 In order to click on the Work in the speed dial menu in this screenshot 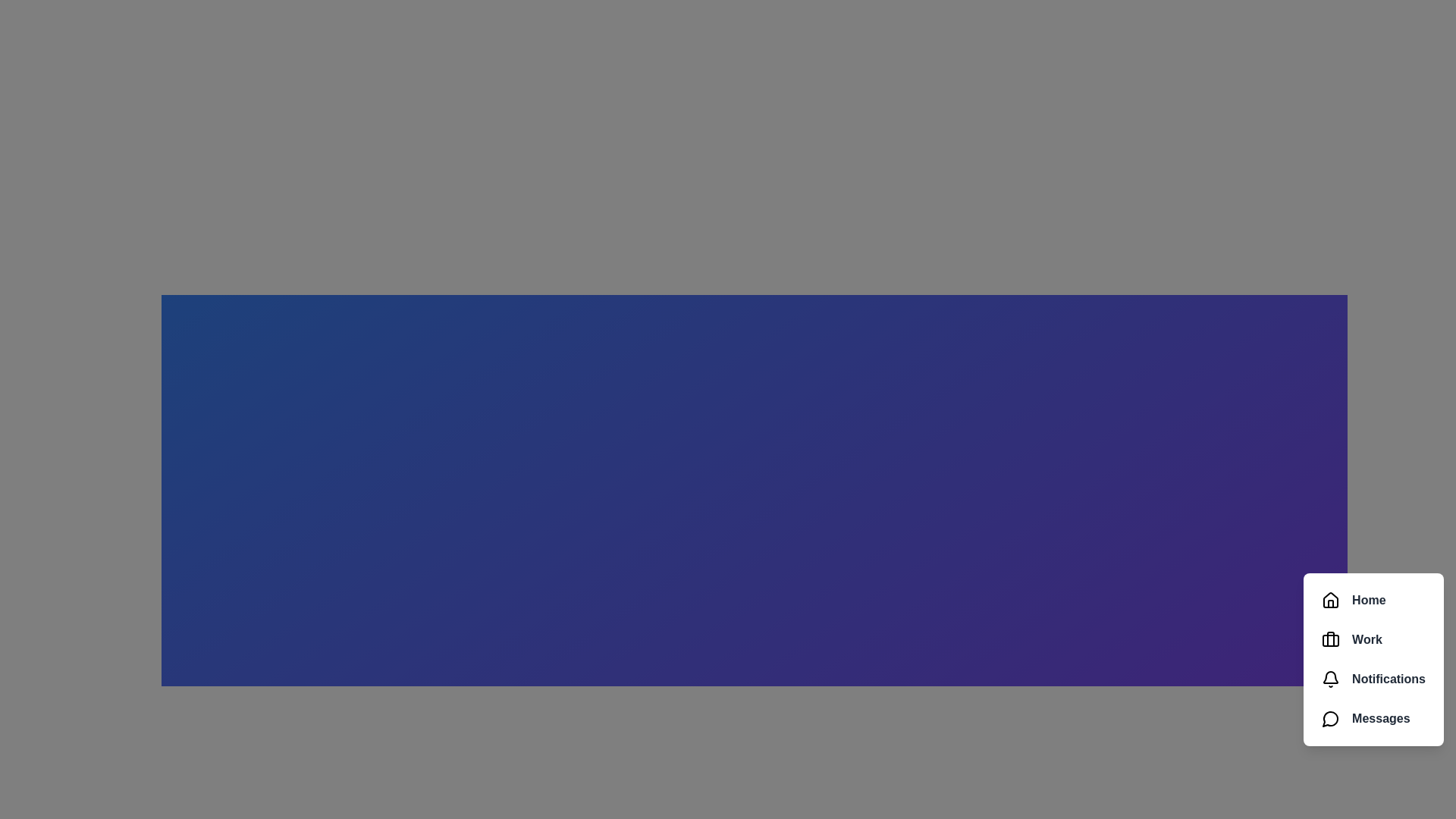, I will do `click(1373, 640)`.